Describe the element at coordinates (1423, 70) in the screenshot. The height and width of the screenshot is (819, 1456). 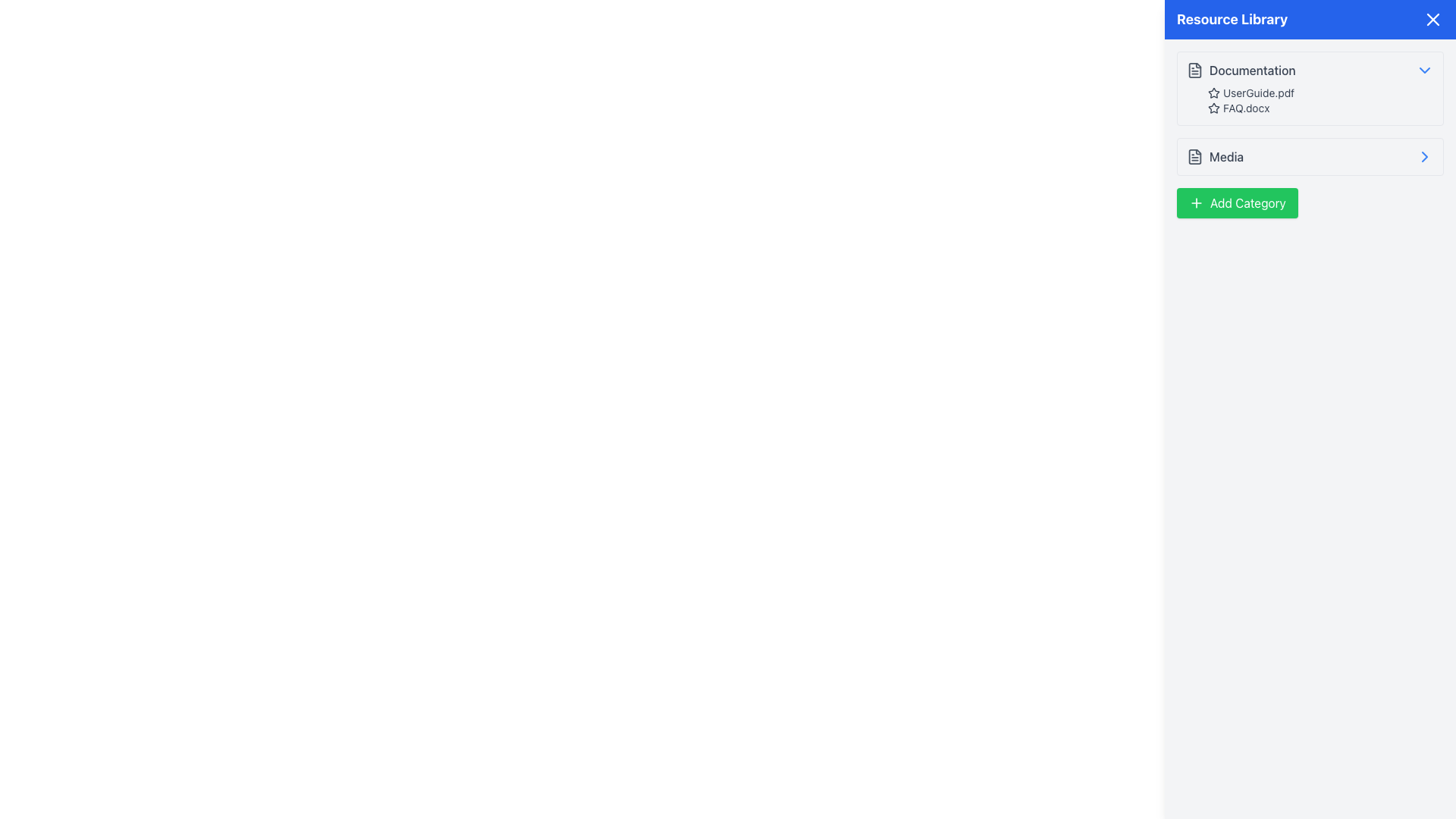
I see `the dropdown toggle icon, which is a small, downward-pointing chevron icon located to the far right of the 'Documentation' section in the 'Resource Library' pane` at that location.